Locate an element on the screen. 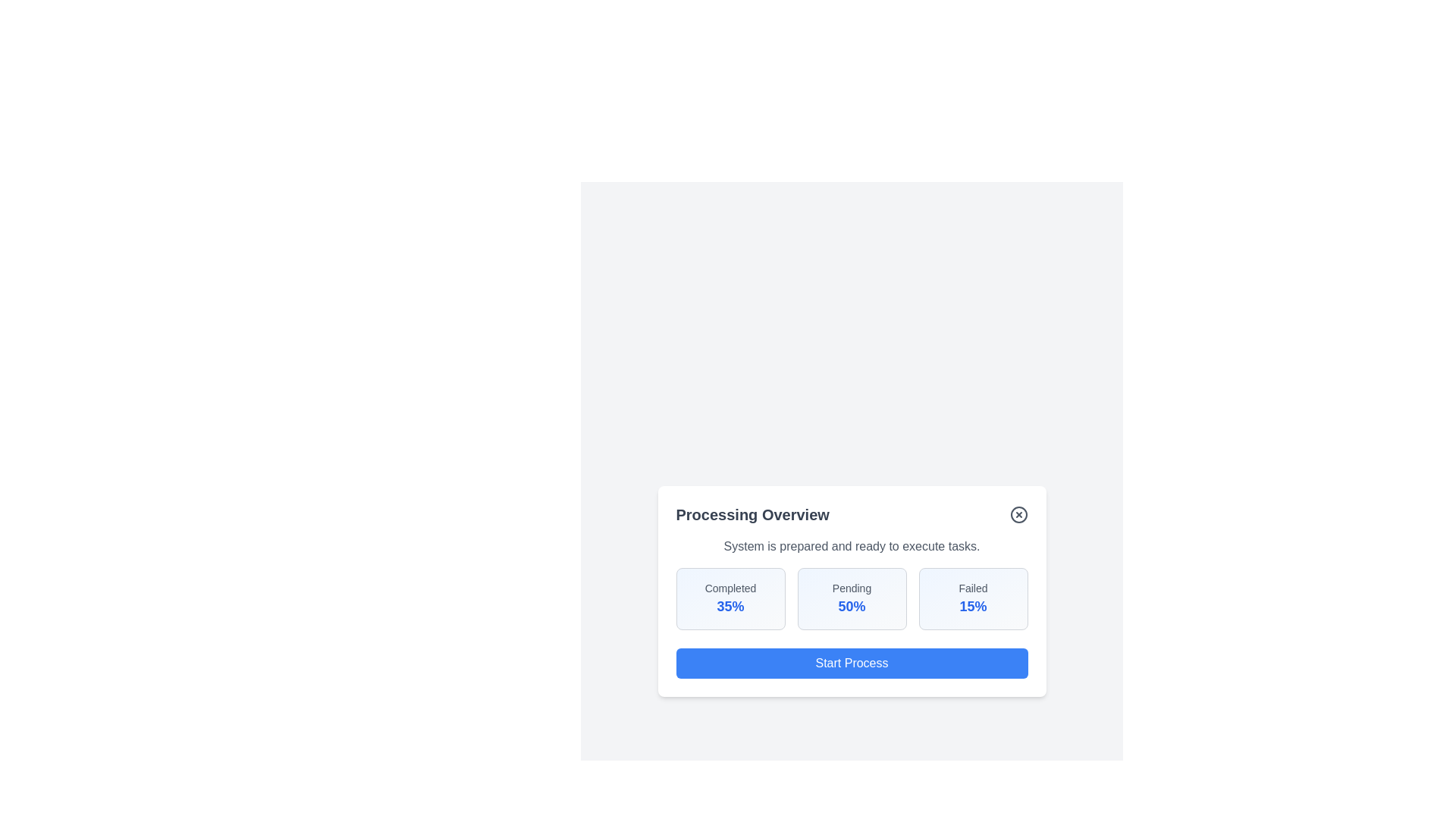 The width and height of the screenshot is (1456, 819). the statistic box labeled Pending to focus or highlight it is located at coordinates (852, 598).